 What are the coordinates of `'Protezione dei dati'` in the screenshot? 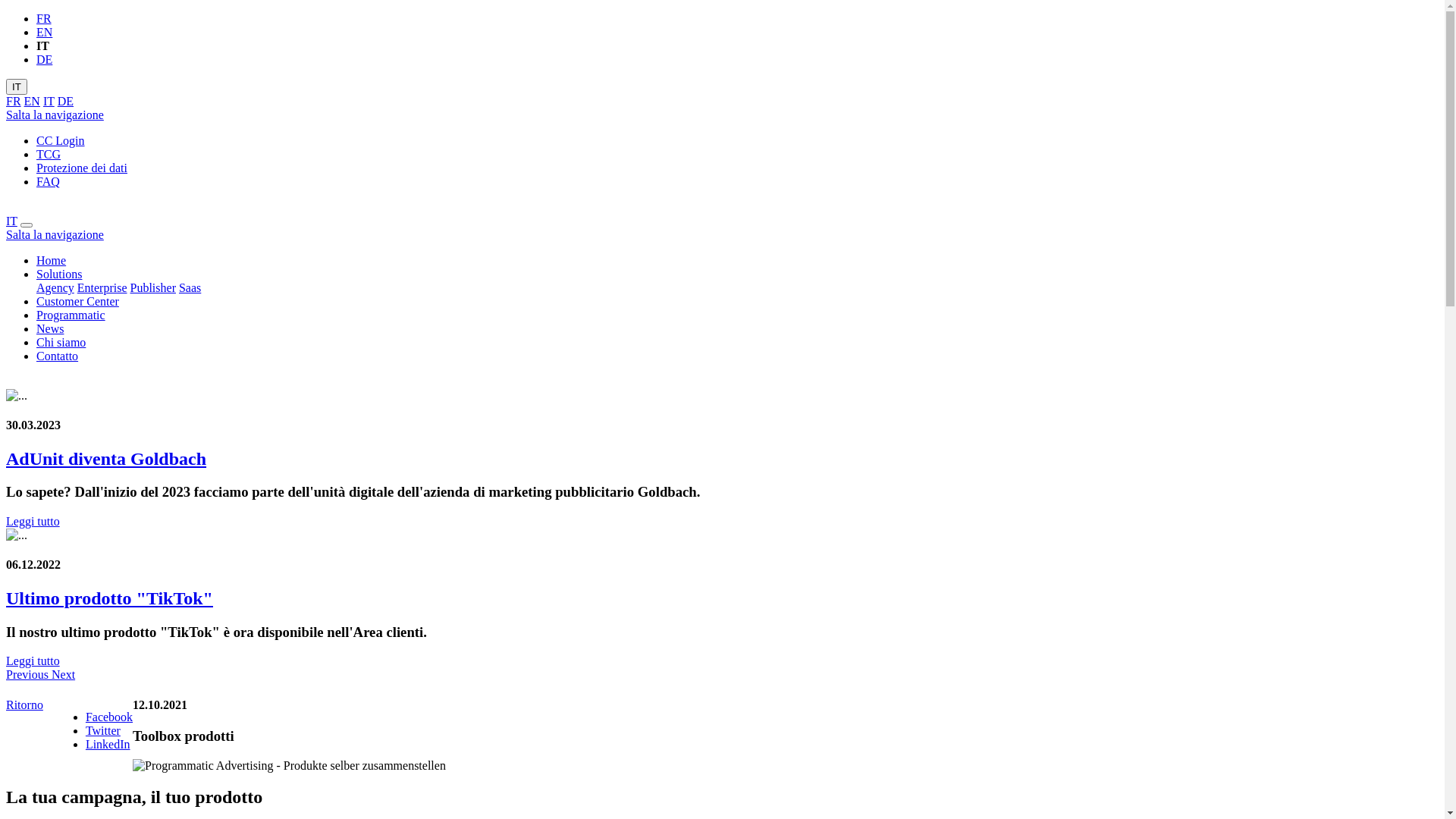 It's located at (80, 168).